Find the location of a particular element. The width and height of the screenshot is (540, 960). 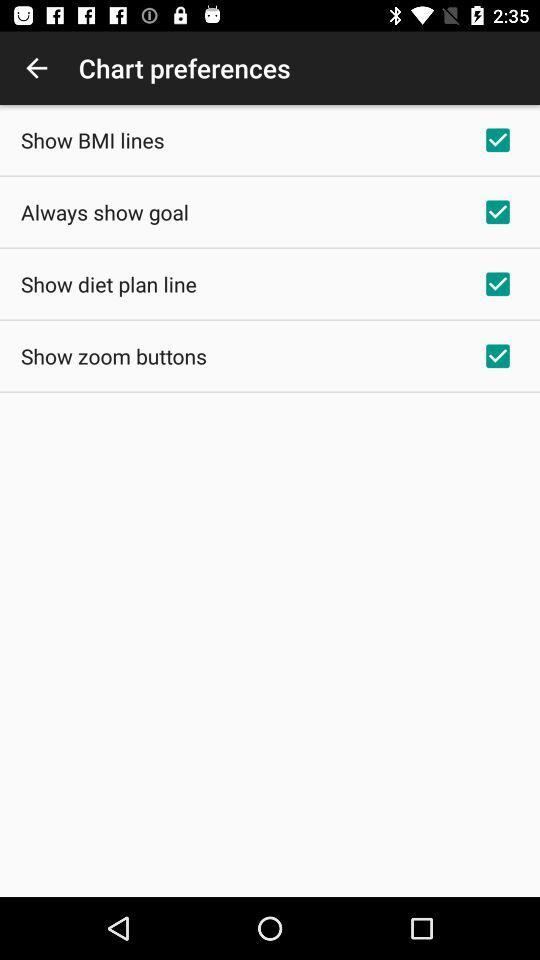

the show diet plan is located at coordinates (108, 283).